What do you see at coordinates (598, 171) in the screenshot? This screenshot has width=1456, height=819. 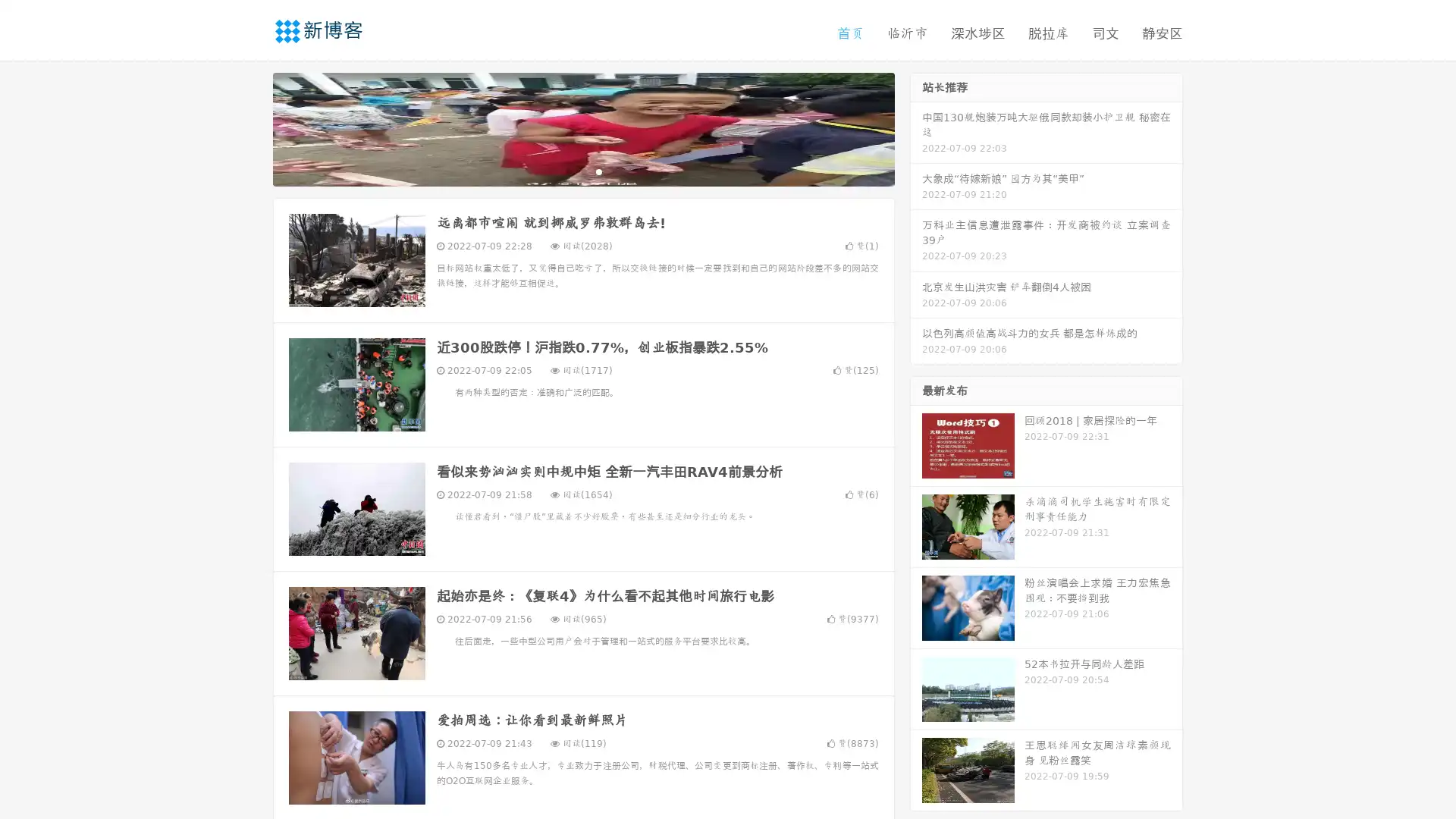 I see `Go to slide 3` at bounding box center [598, 171].